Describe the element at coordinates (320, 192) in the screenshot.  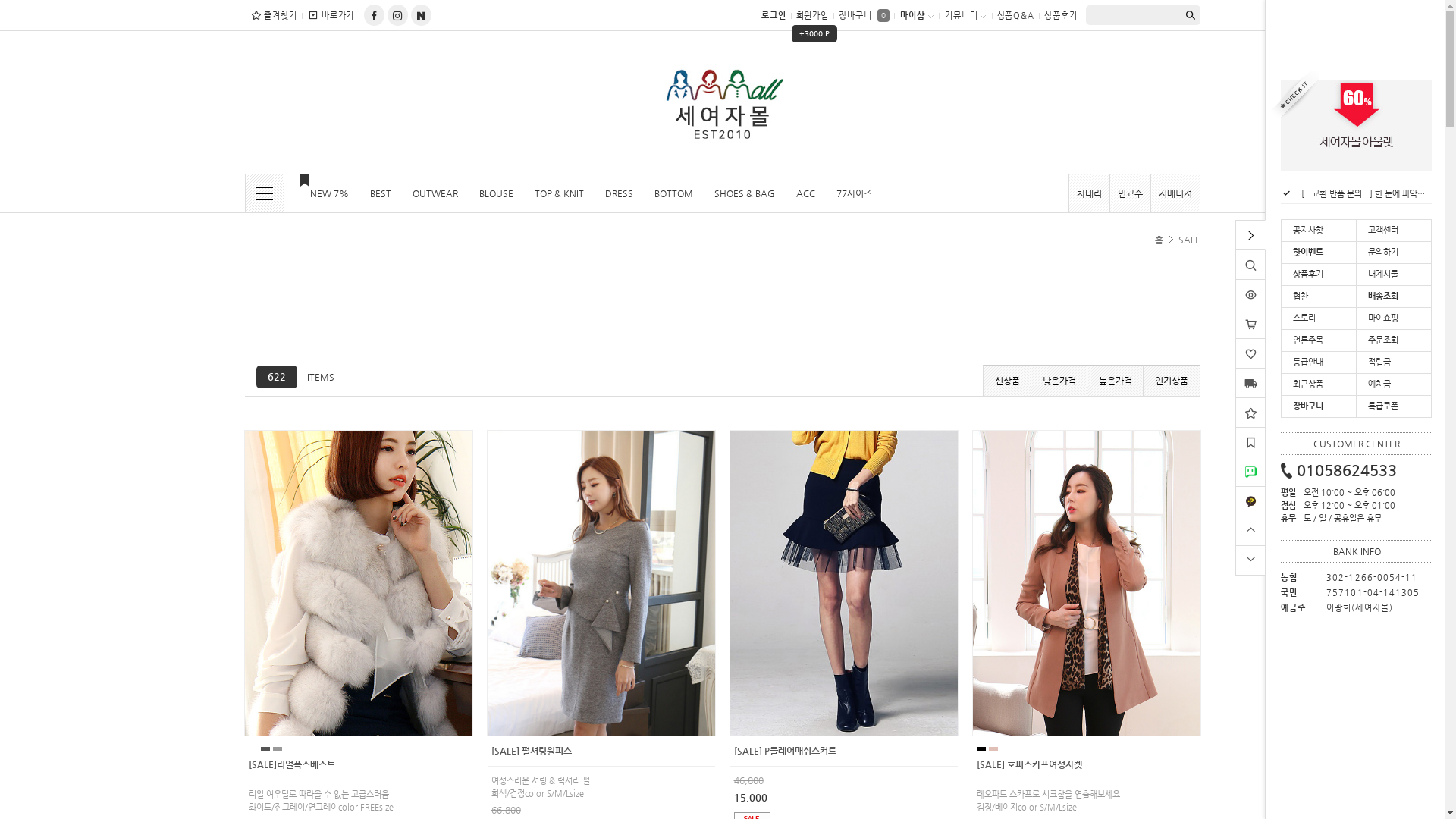
I see `'NEW 7%'` at that location.